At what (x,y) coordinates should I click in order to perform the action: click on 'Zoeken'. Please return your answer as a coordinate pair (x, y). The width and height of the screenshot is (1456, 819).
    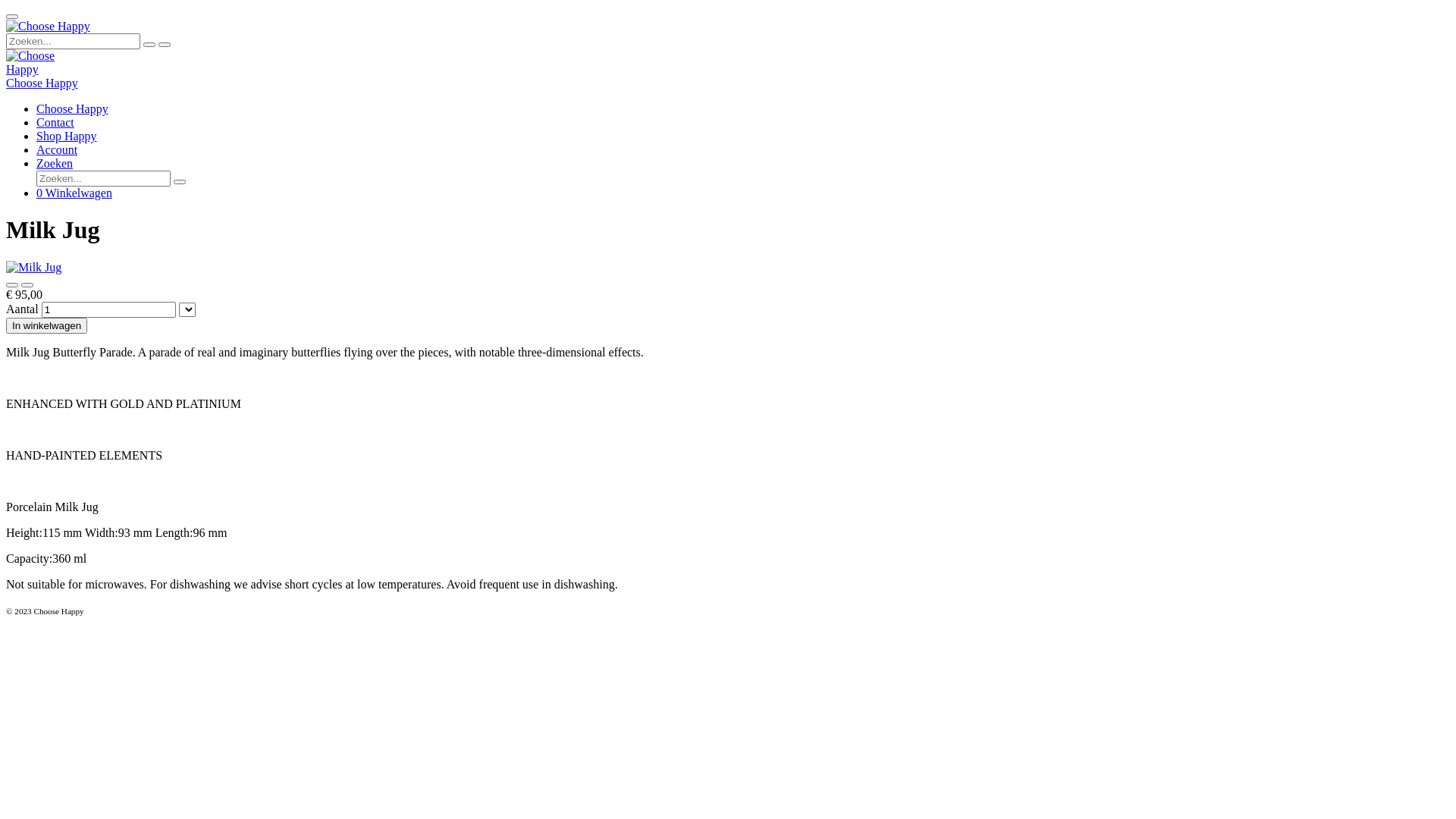
    Looking at the image, I should click on (55, 163).